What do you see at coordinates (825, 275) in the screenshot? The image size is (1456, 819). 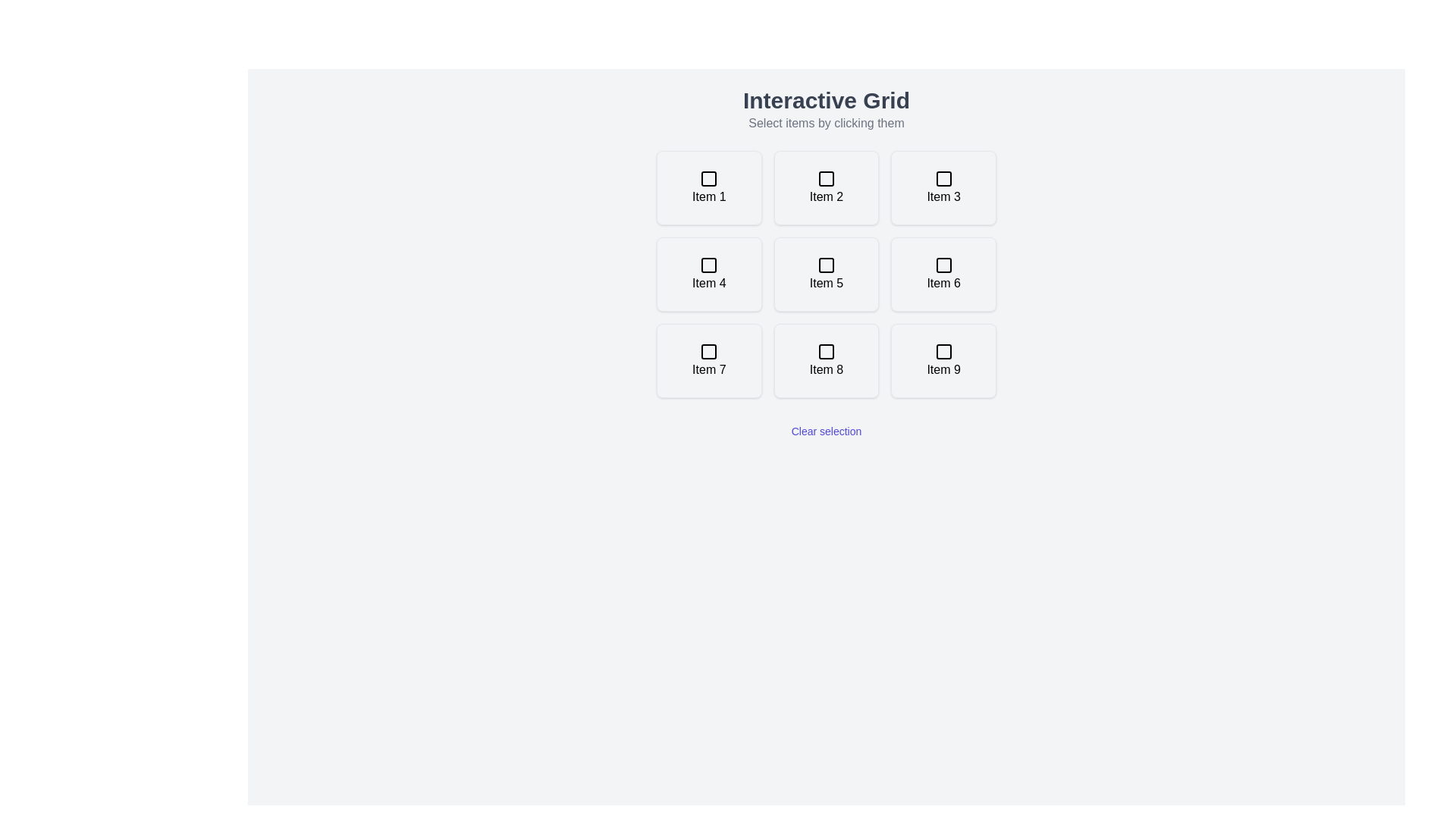 I see `multiple items in the interactive grid layout by clicking on the grid items, which are arranged in a center-aligned format with three columns and multiple rows` at bounding box center [825, 275].